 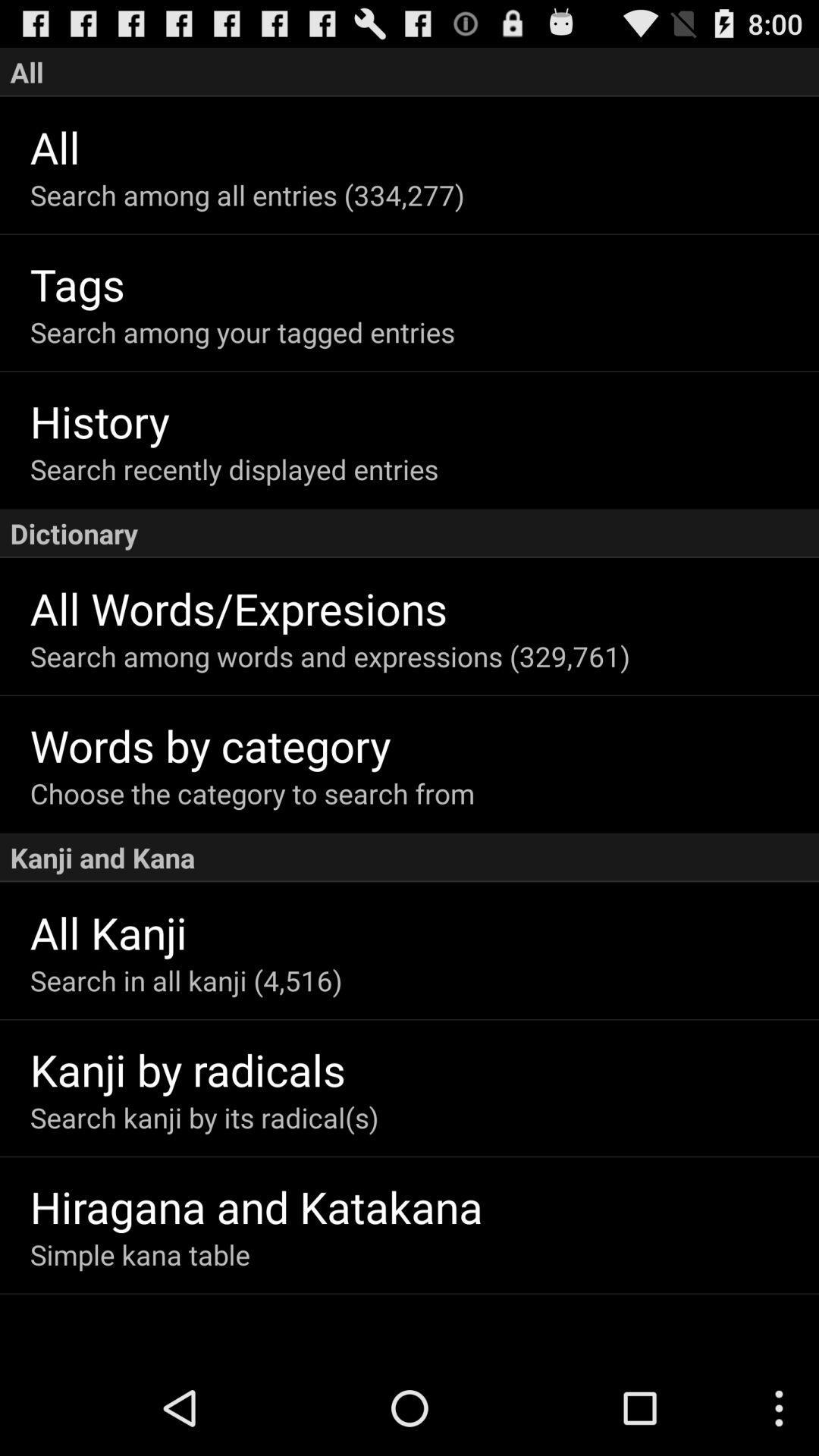 I want to click on all words/expresions icon, so click(x=424, y=608).